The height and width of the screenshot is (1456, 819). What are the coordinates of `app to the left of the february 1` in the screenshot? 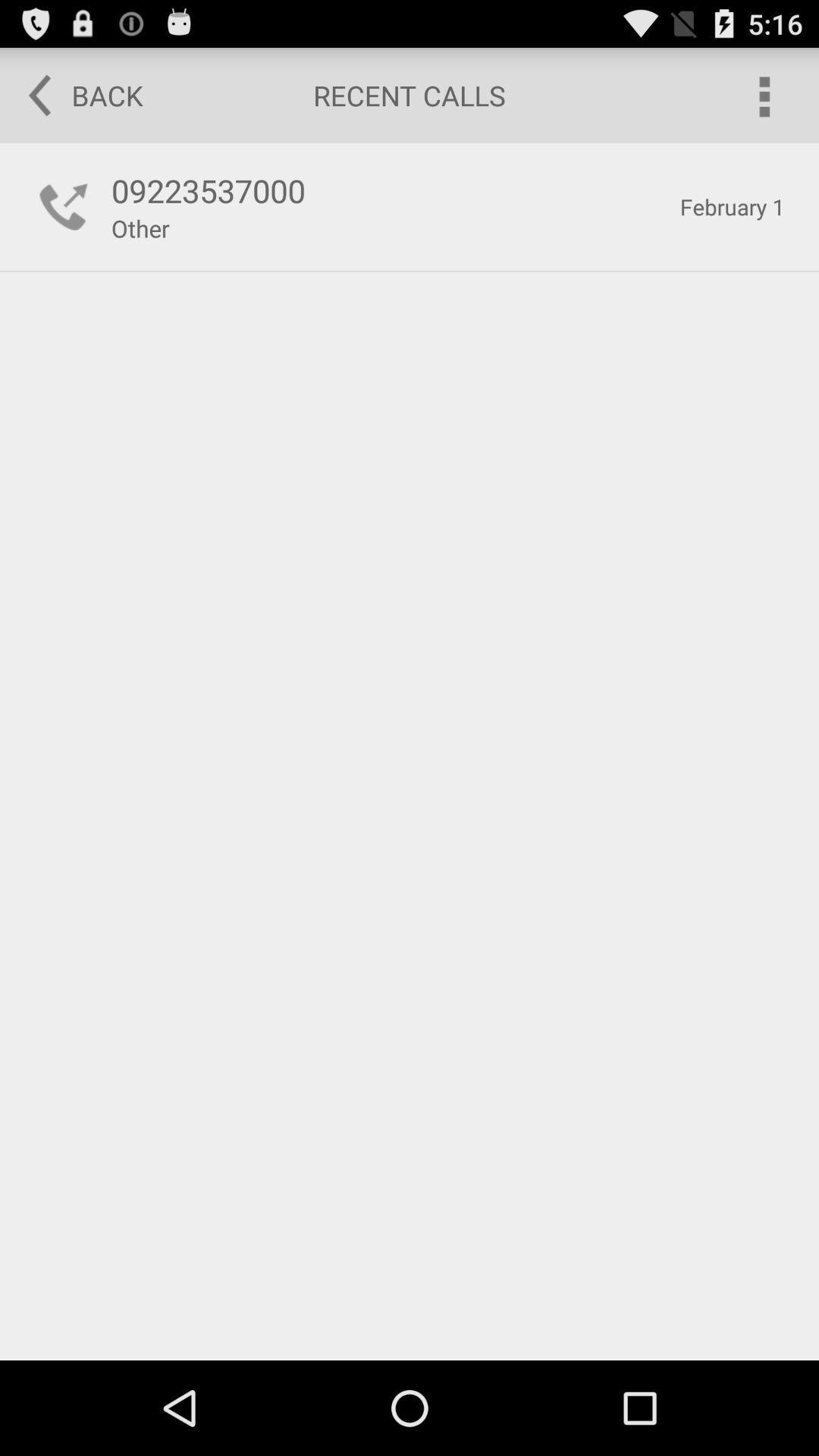 It's located at (387, 190).